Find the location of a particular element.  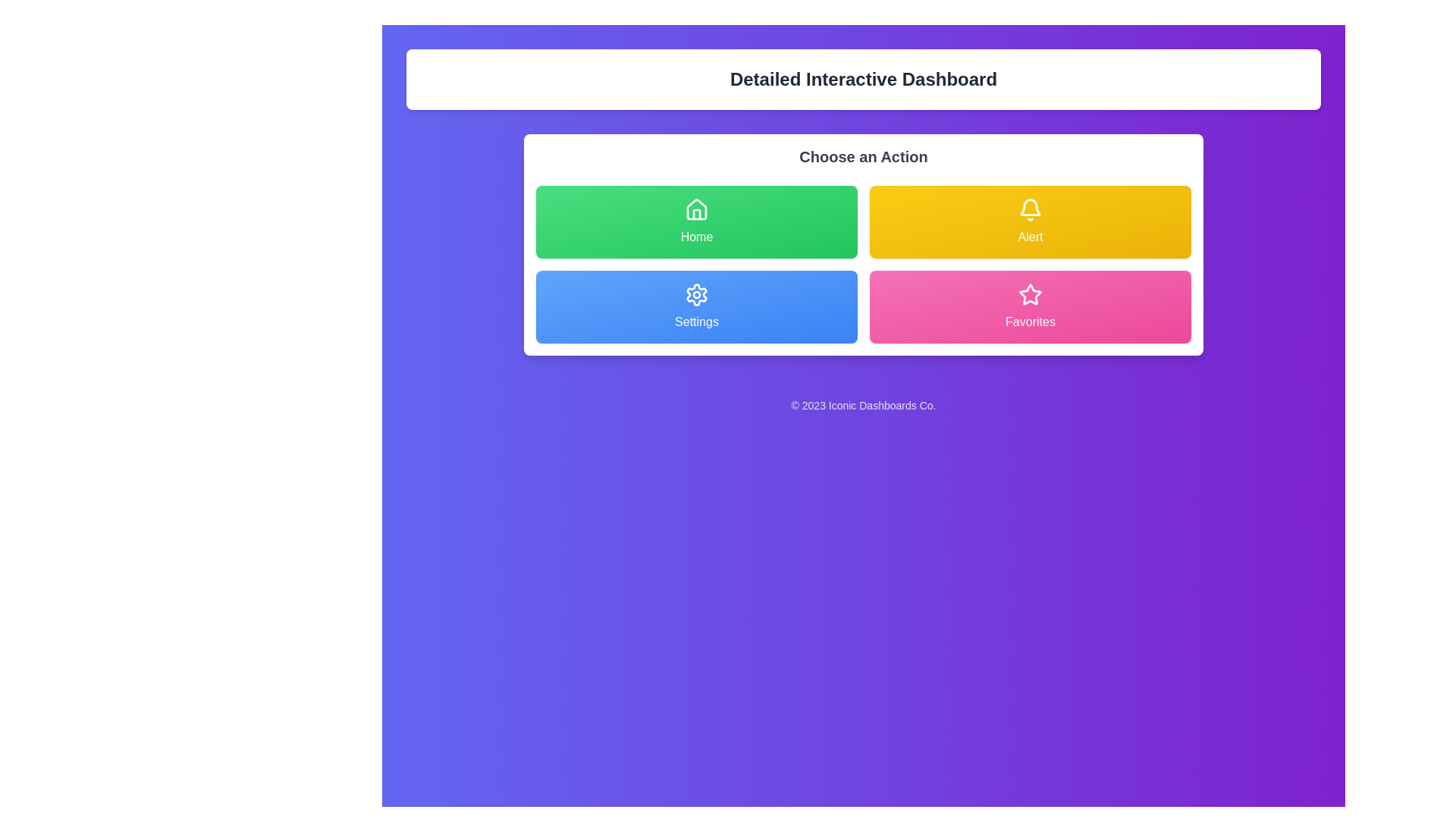

the 'Favorites' button located in the bottom-right slot of the 2x2 grid layout within the 'Choose an Action' section is located at coordinates (1030, 307).